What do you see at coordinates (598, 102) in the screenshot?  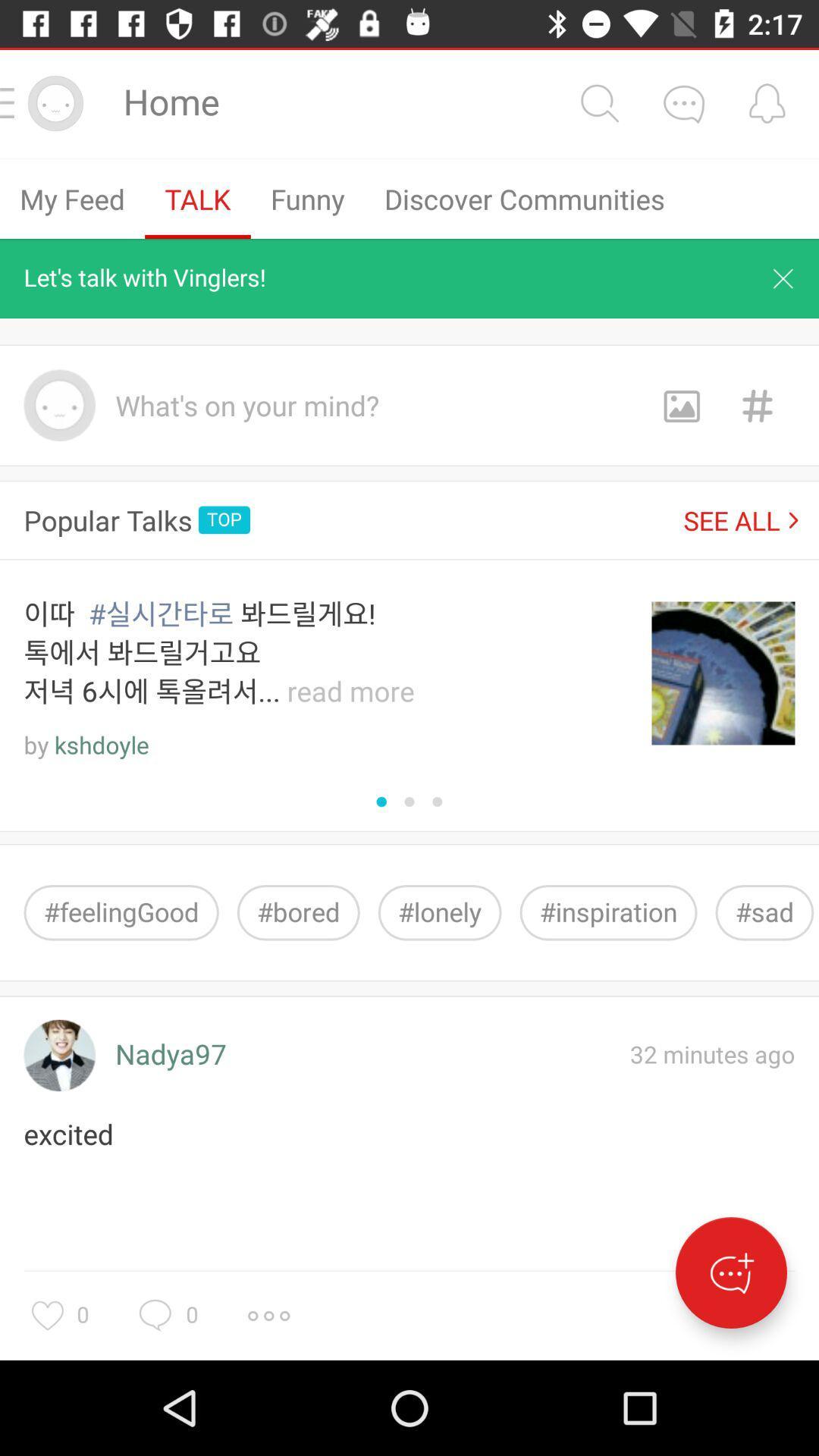 I see `search here` at bounding box center [598, 102].